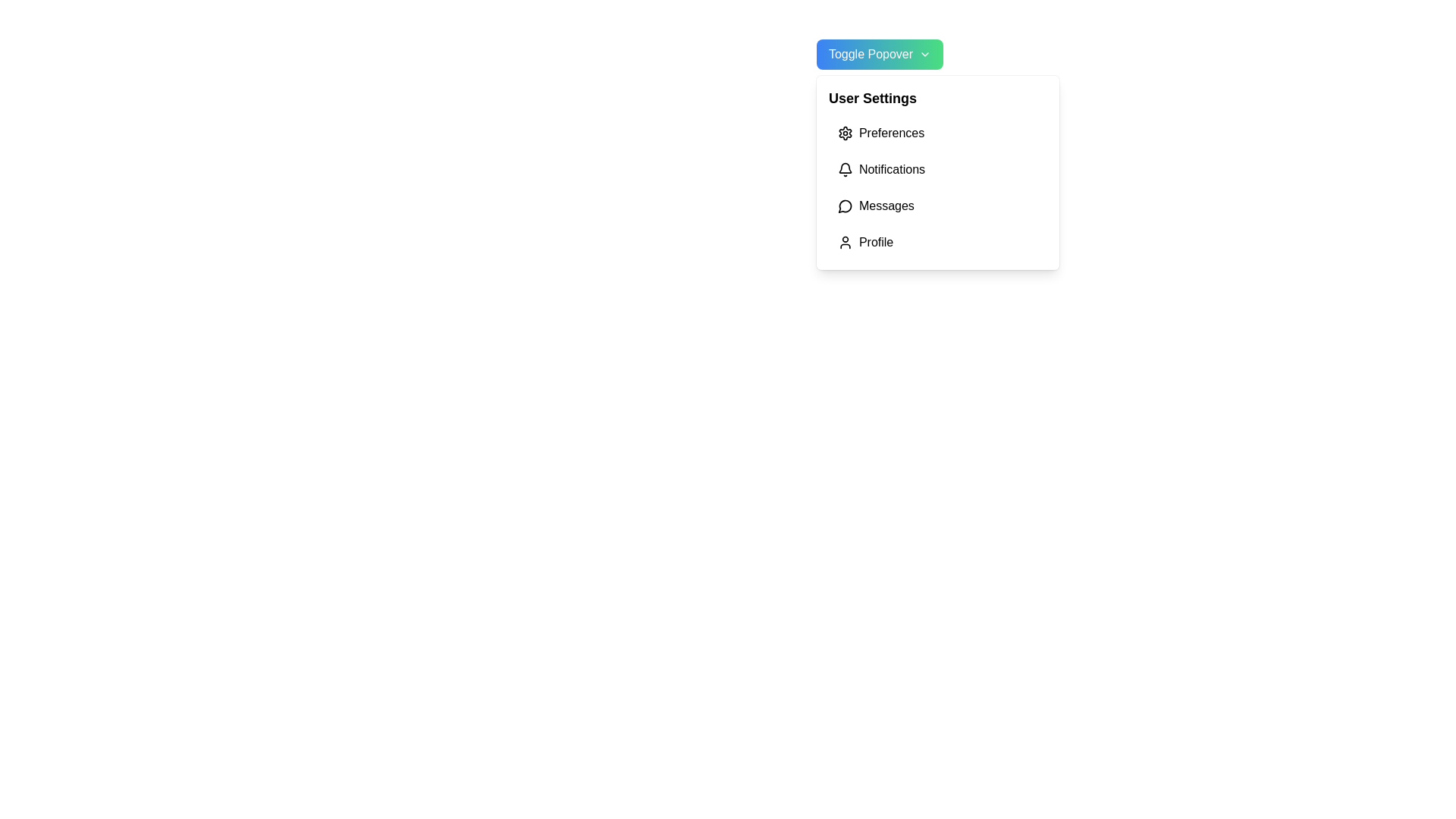 This screenshot has height=819, width=1456. What do you see at coordinates (937, 169) in the screenshot?
I see `the second item in the navigation menu which serves as a selection option for notifications, located between 'Preferences' and 'Messages'` at bounding box center [937, 169].